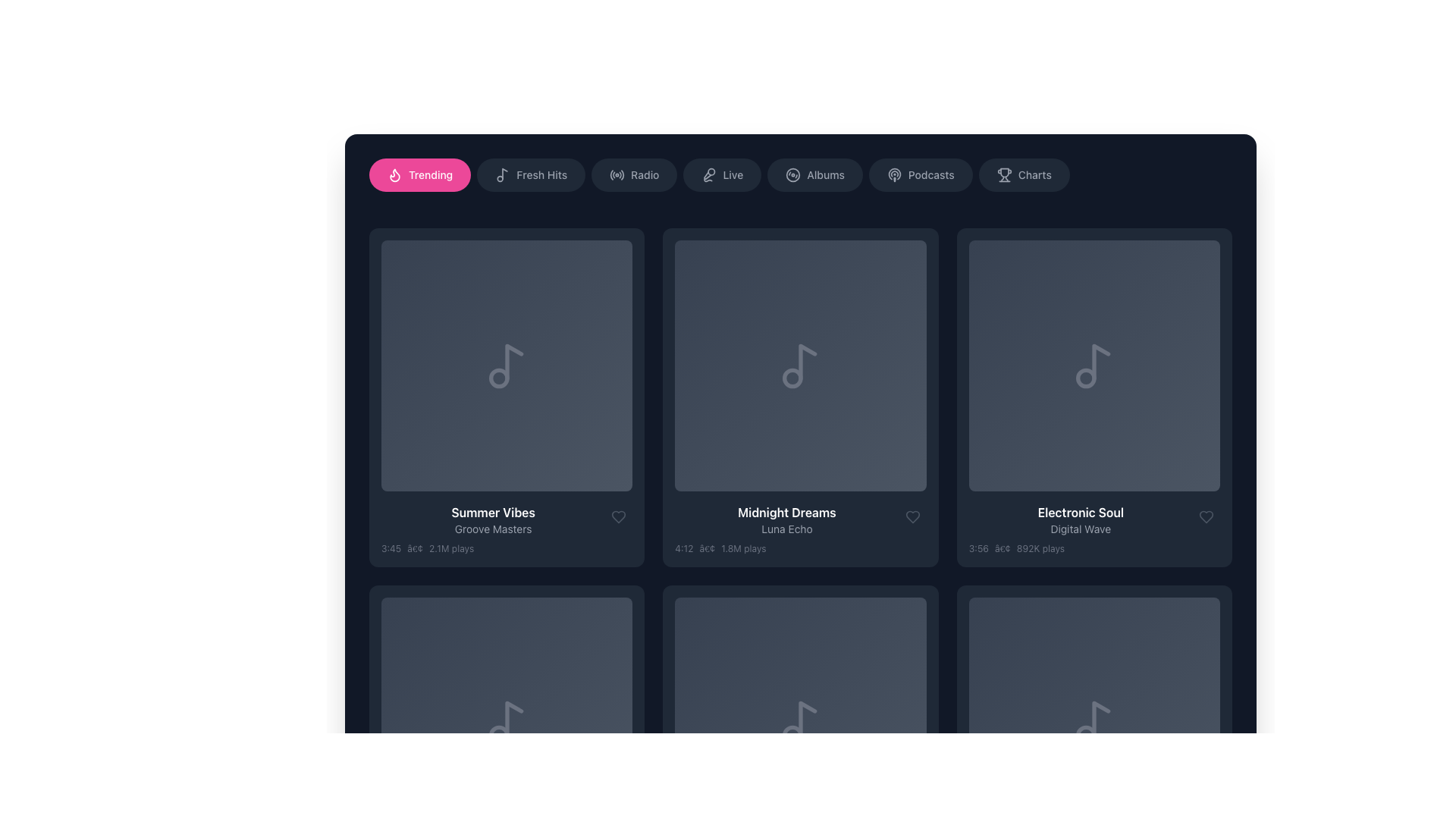  I want to click on the play button located in the center of the circular button on the album art thumbnail in the first column of the second row under the 'Trending' section, so click(508, 397).